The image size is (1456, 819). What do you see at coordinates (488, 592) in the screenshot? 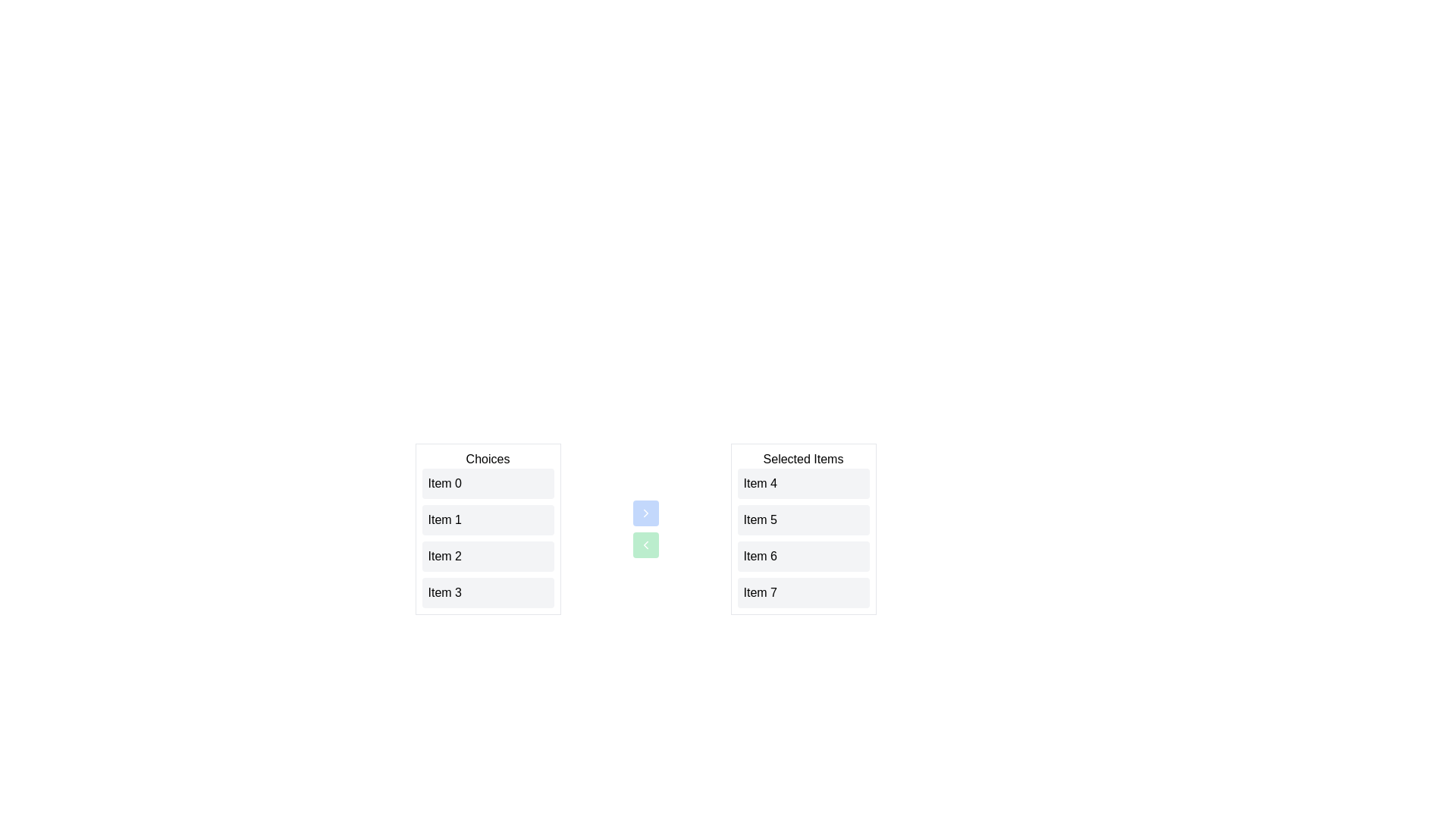
I see `the button labeled 'Item 3' with a light grey background, located at the bottom of the list under 'Choices', to trigger a tooltip or visual feedback` at bounding box center [488, 592].